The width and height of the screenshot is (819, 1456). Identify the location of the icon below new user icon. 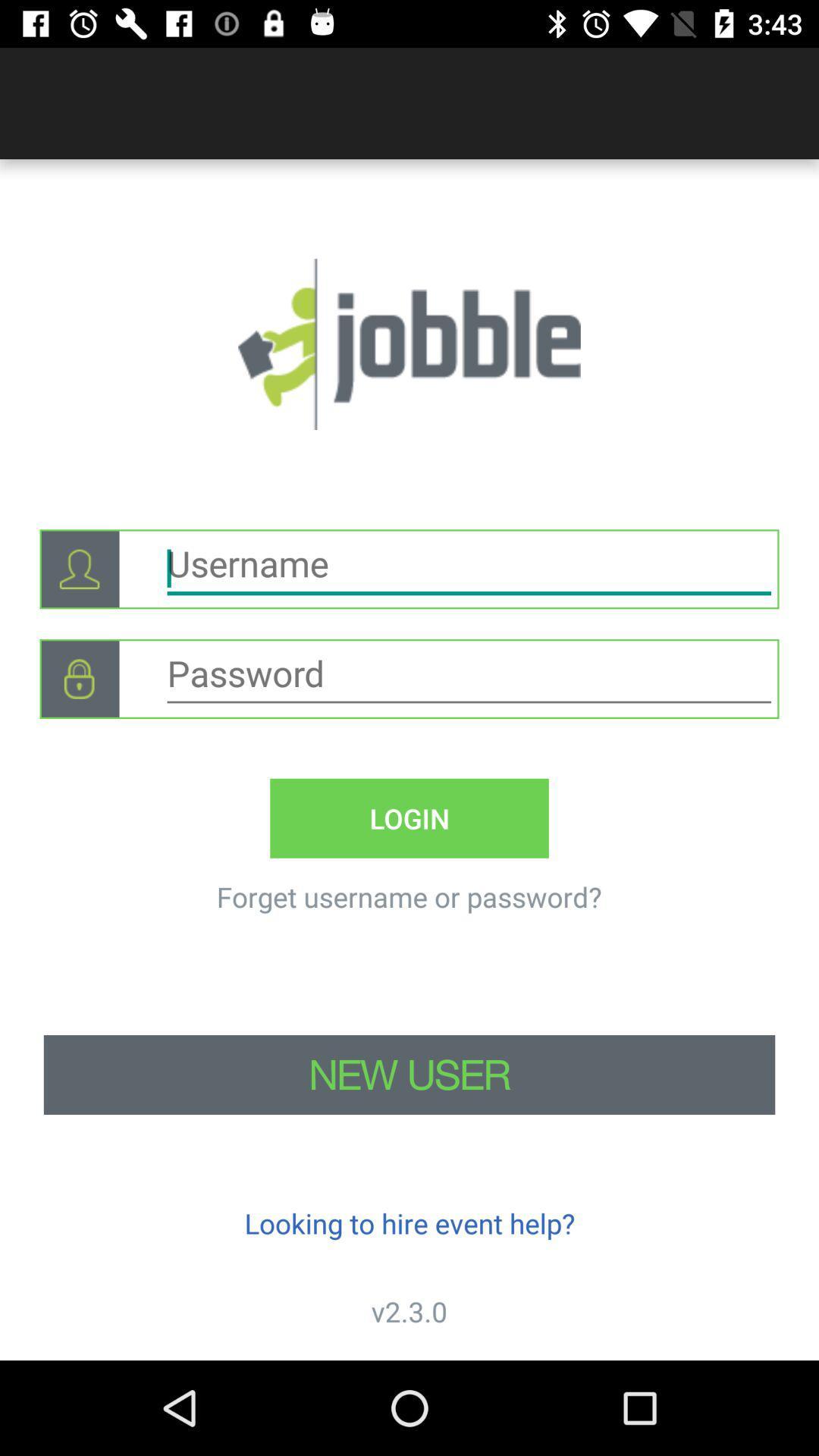
(409, 1223).